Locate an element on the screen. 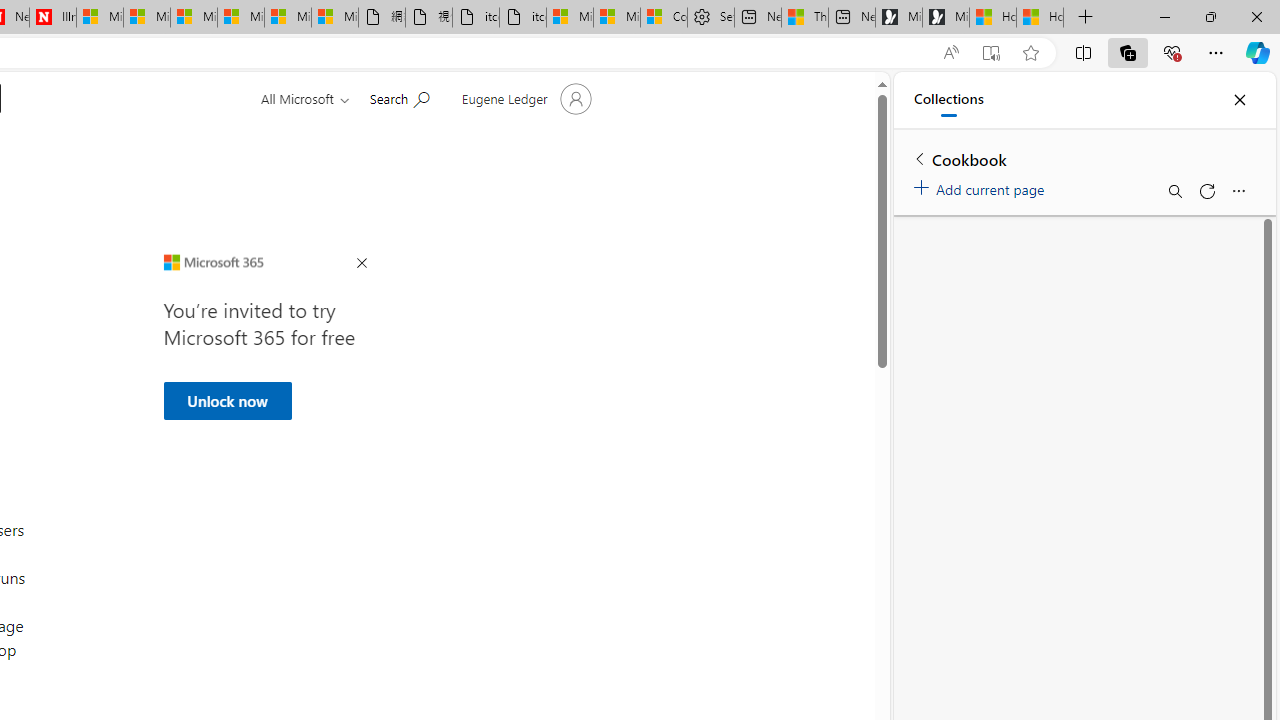  'Unlock now' is located at coordinates (227, 400).